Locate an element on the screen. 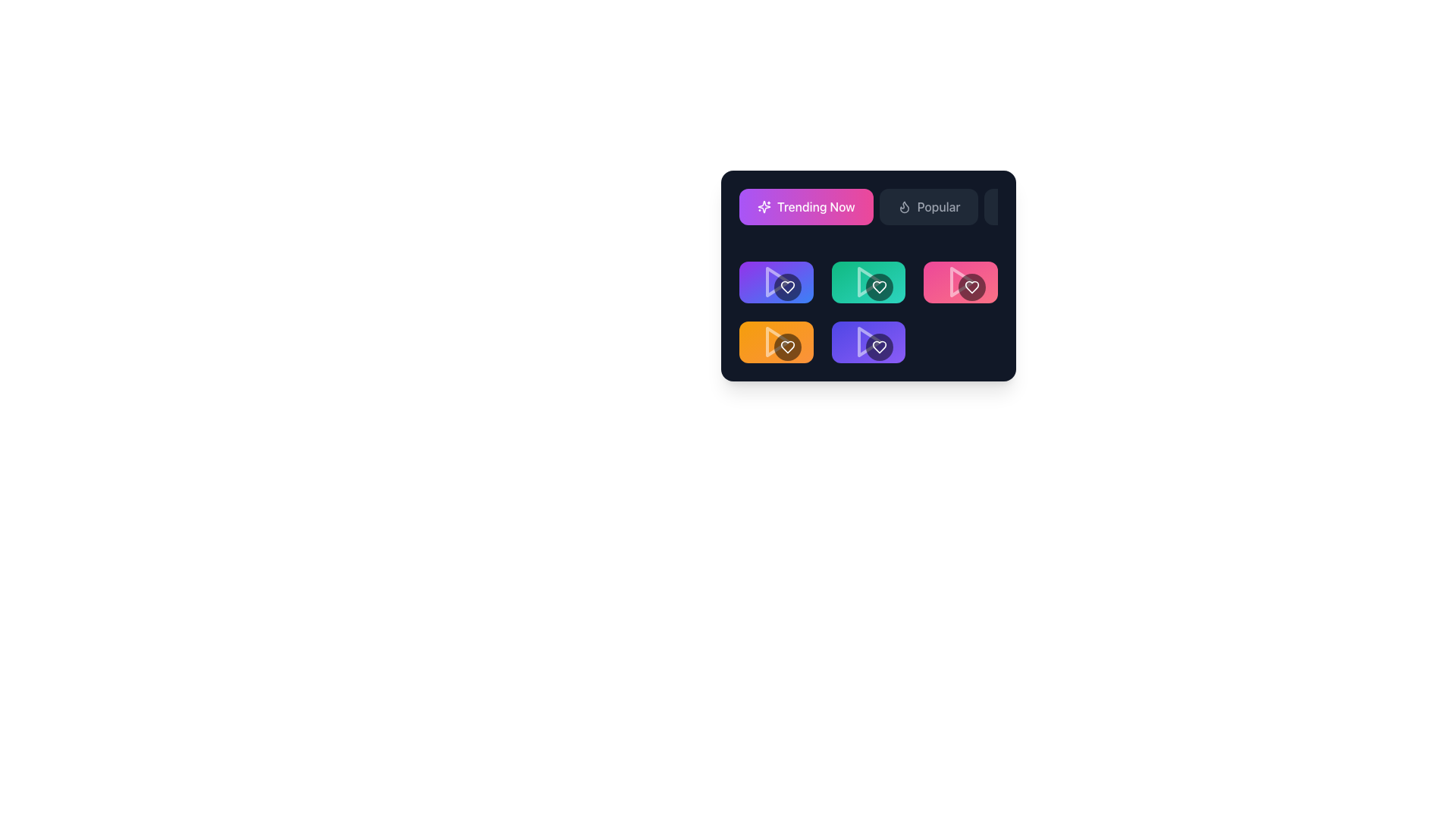 This screenshot has height=819, width=1456. the Media Thumbnail located in the top-right of the grid is located at coordinates (960, 282).